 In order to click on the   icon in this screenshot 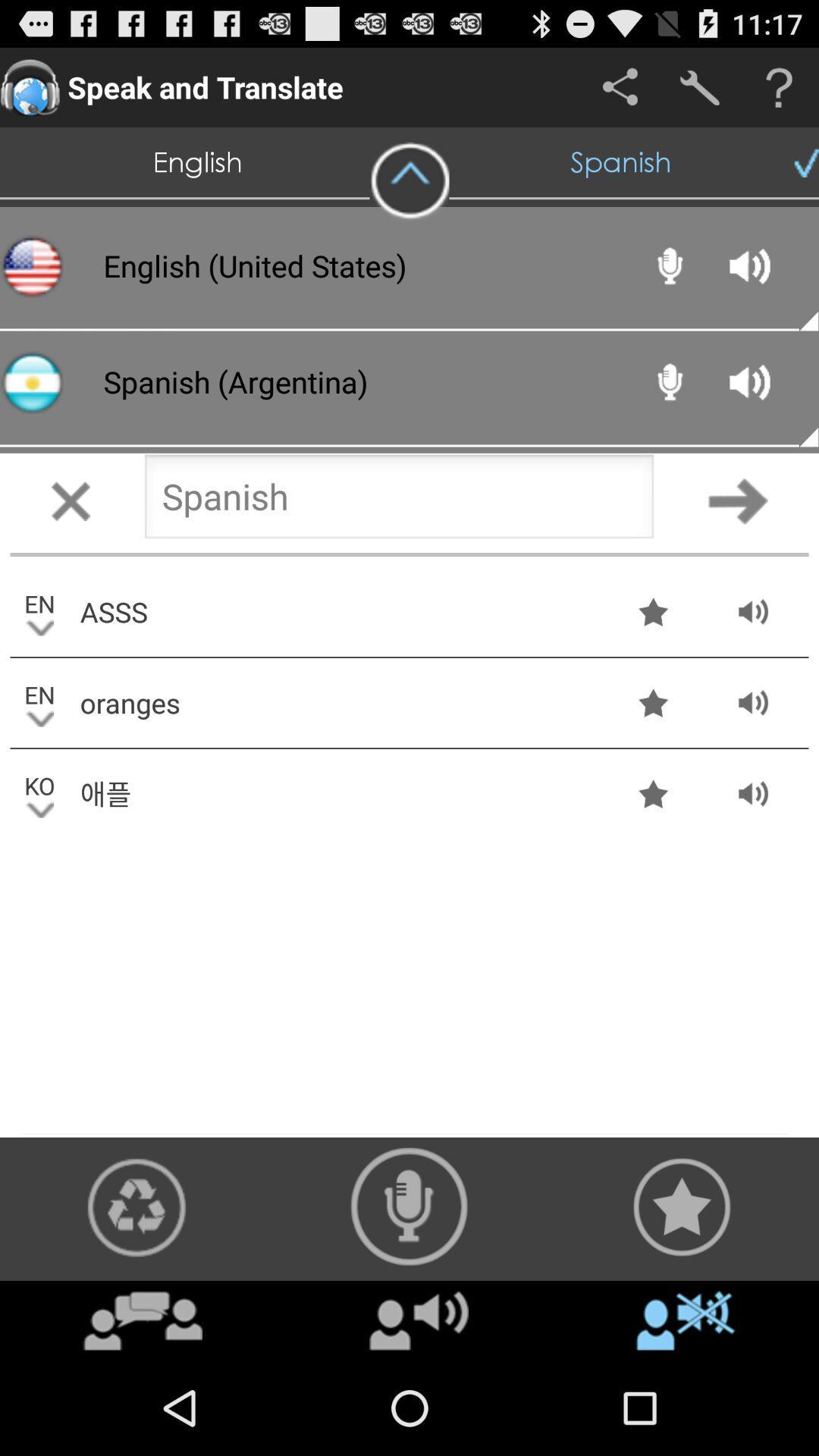, I will do `click(409, 181)`.